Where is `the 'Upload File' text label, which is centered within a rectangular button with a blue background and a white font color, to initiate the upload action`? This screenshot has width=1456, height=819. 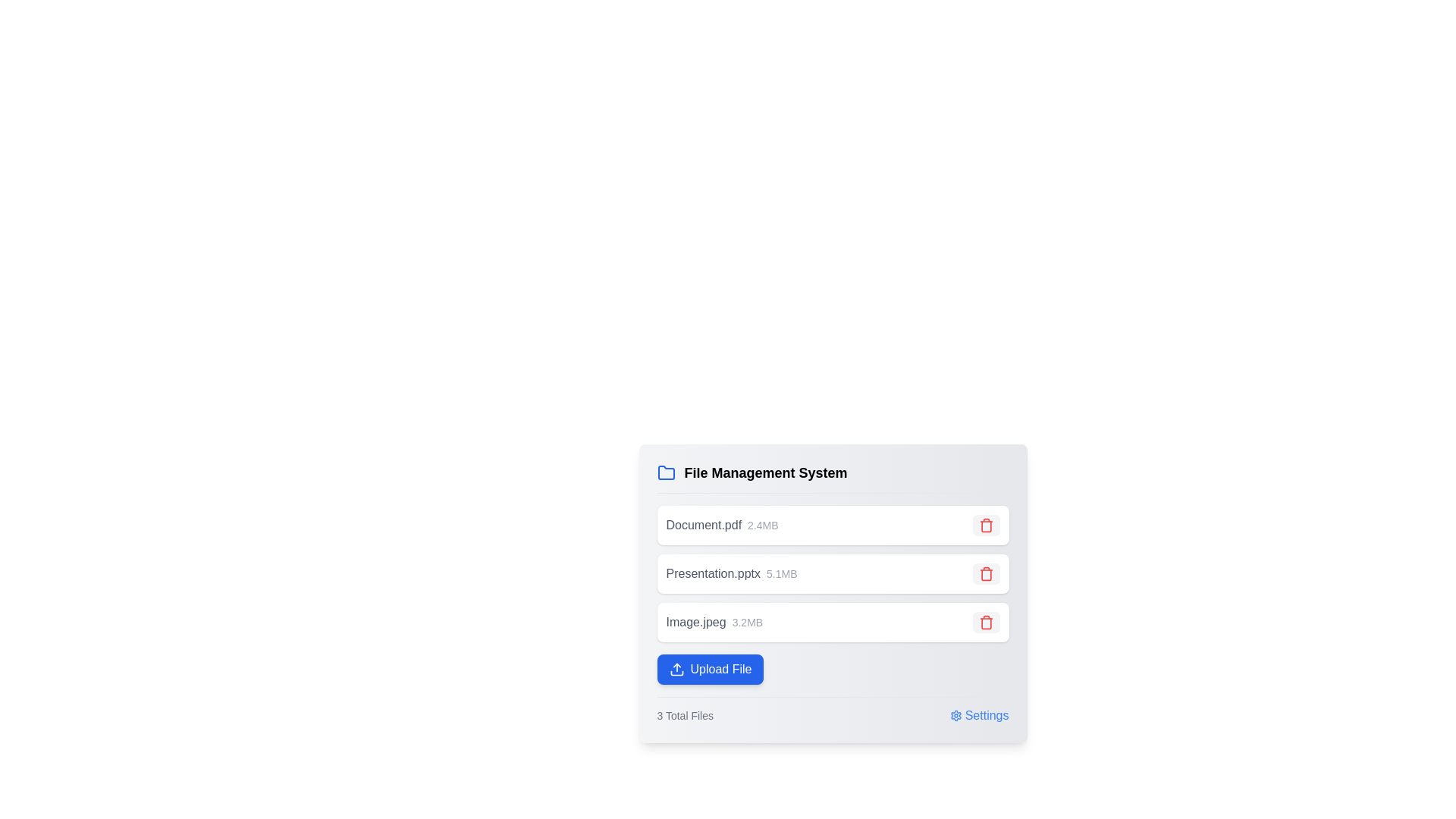 the 'Upload File' text label, which is centered within a rectangular button with a blue background and a white font color, to initiate the upload action is located at coordinates (720, 669).